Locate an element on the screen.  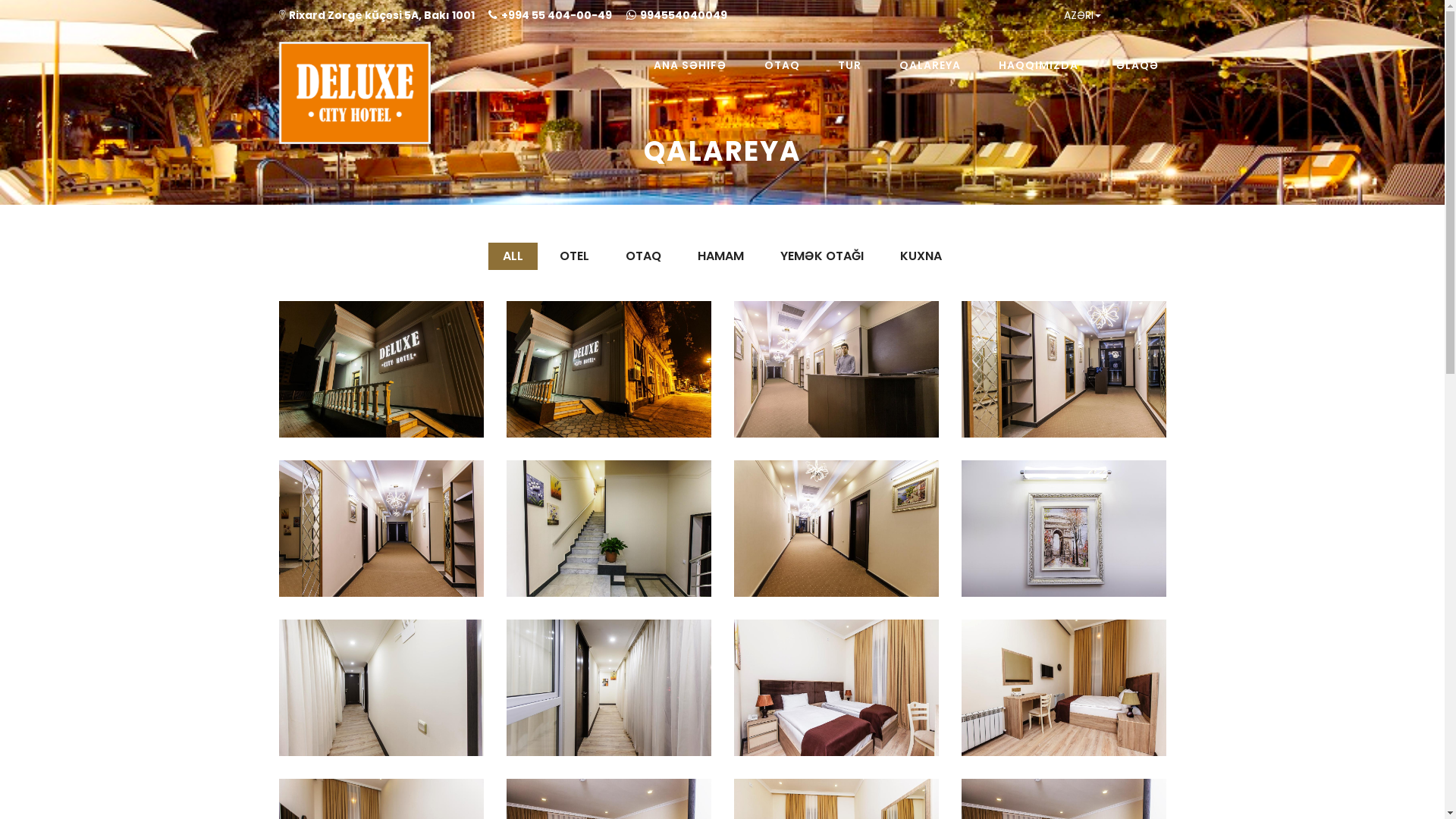
'ALL' is located at coordinates (513, 256).